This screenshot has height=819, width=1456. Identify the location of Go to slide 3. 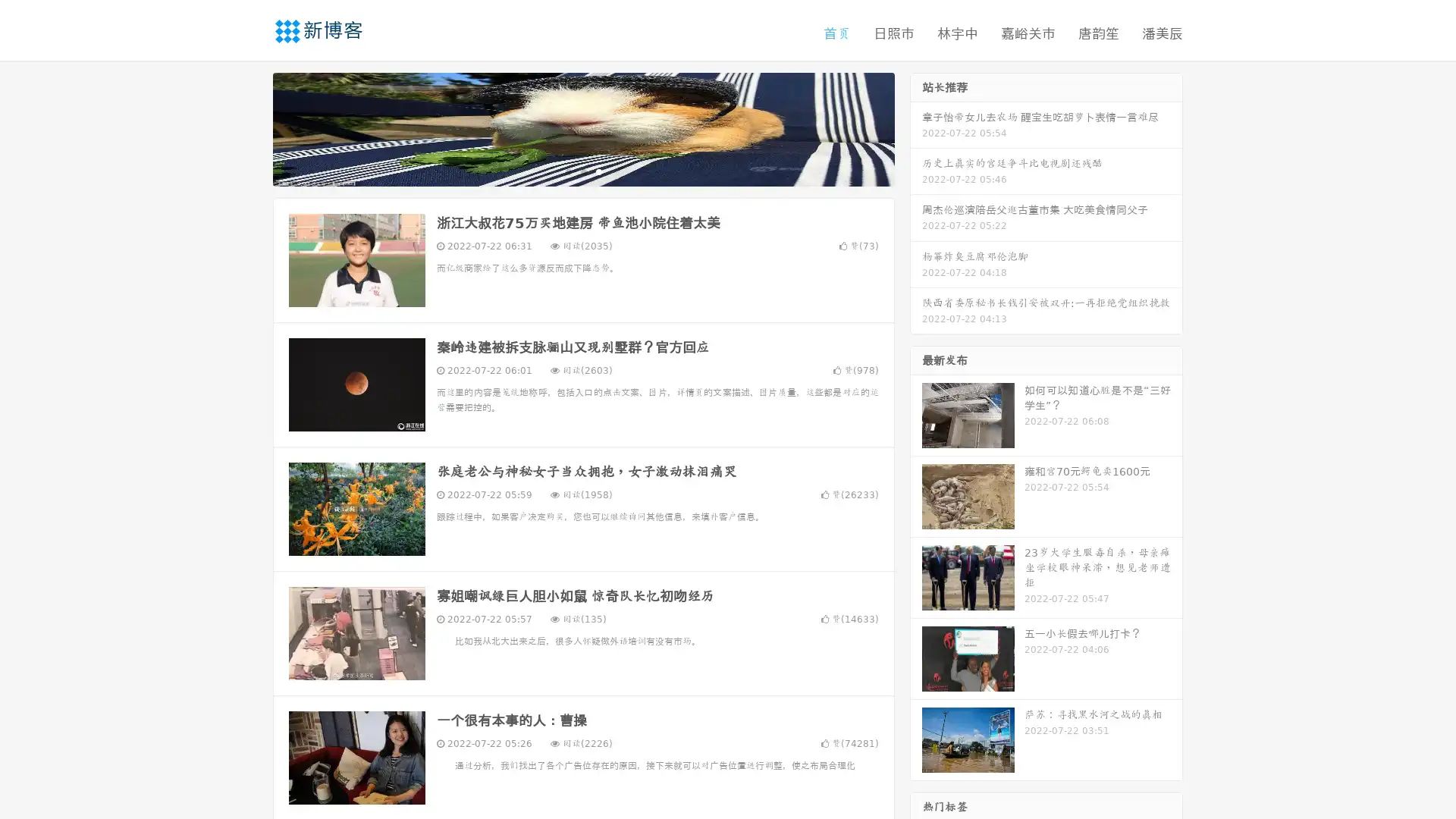
(598, 171).